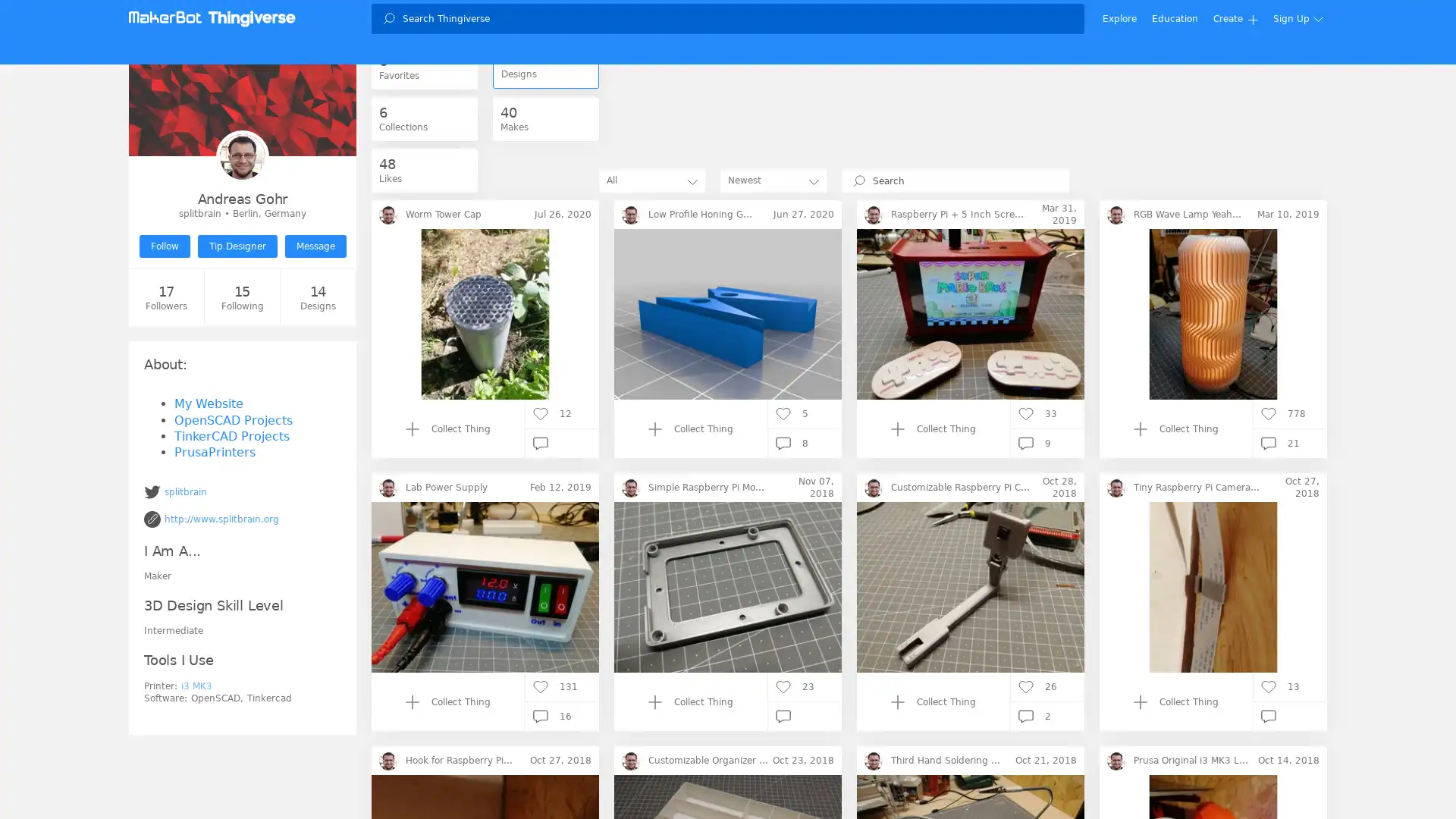 This screenshot has height=819, width=1456. What do you see at coordinates (314, 245) in the screenshot?
I see `Message` at bounding box center [314, 245].